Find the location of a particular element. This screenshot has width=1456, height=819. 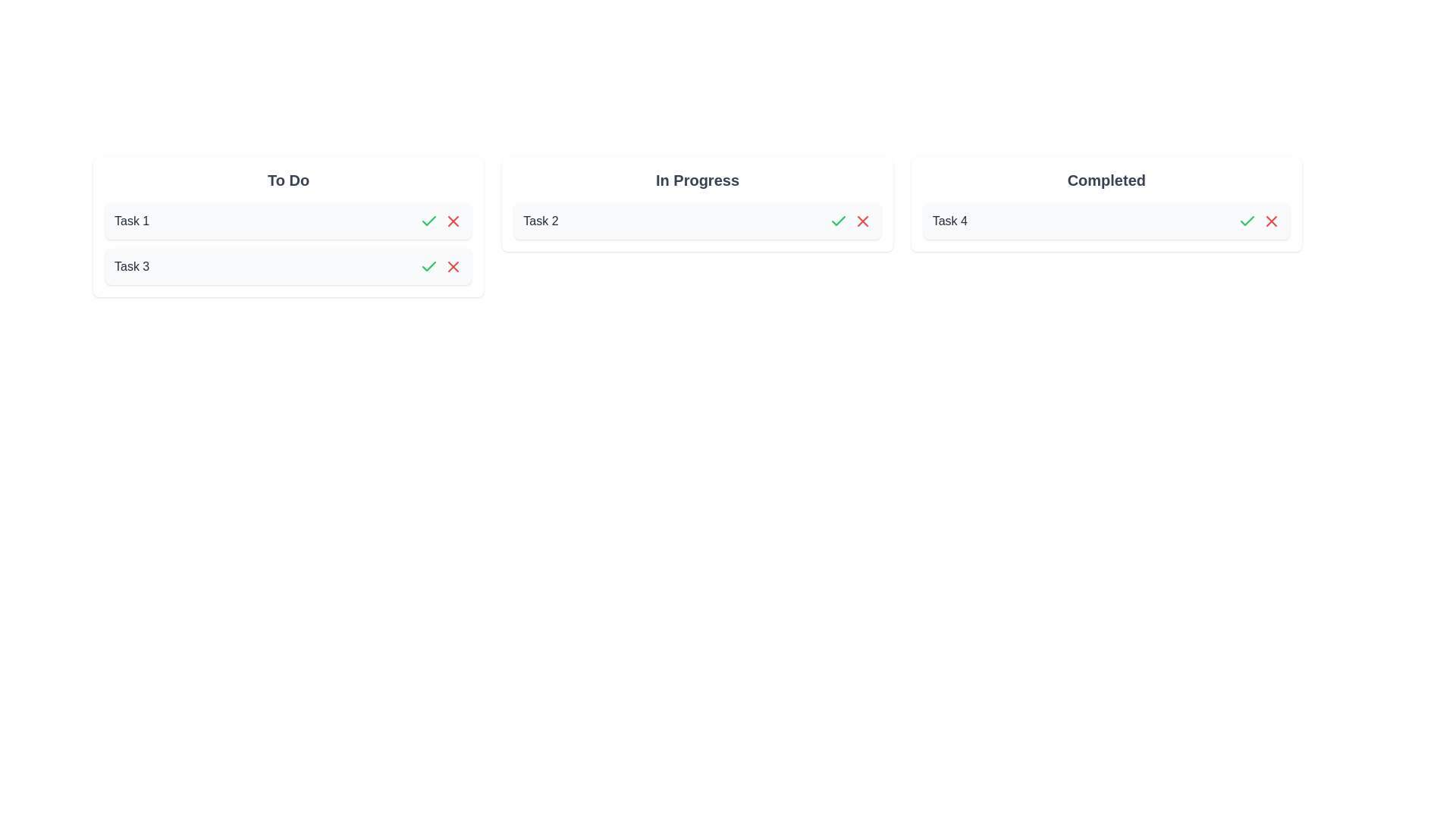

the green checkmark button for the task named 'Task 1' to toggle its completion status is located at coordinates (428, 221).